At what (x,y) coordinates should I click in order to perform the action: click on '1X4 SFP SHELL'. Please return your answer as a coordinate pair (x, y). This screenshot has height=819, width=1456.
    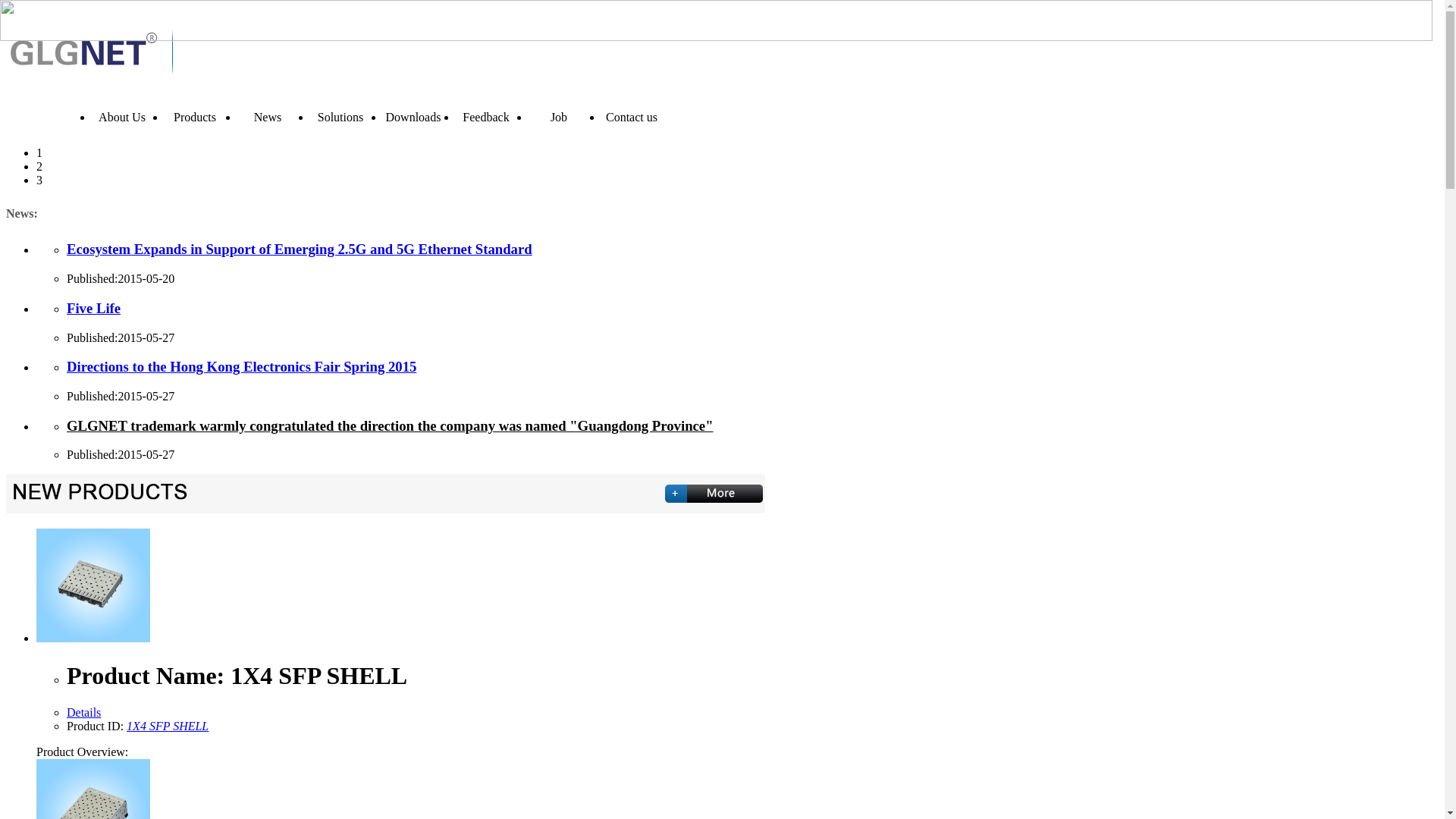
    Looking at the image, I should click on (167, 725).